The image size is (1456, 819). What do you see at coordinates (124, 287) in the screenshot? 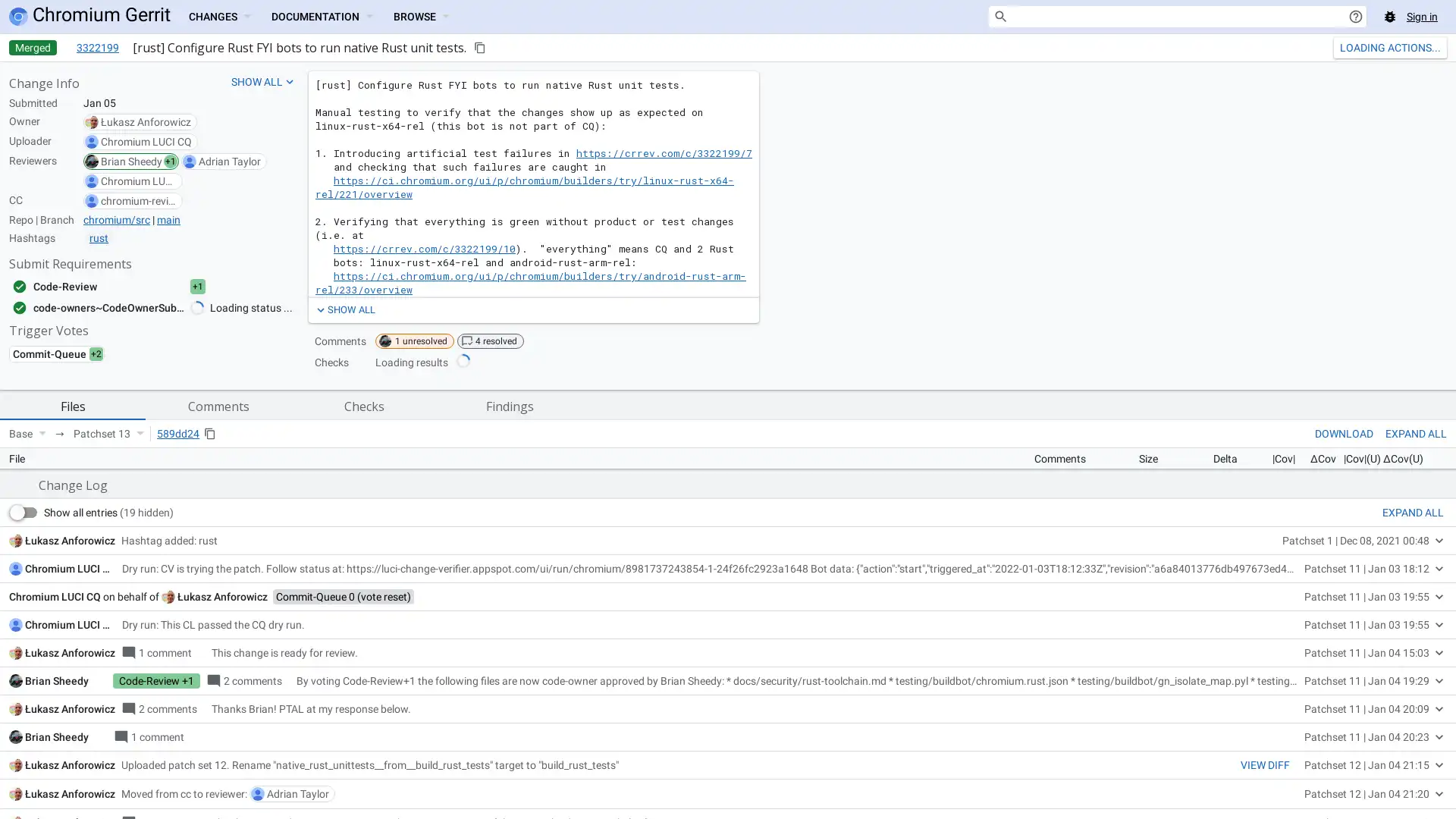
I see `satisfied Code-Review +1` at bounding box center [124, 287].